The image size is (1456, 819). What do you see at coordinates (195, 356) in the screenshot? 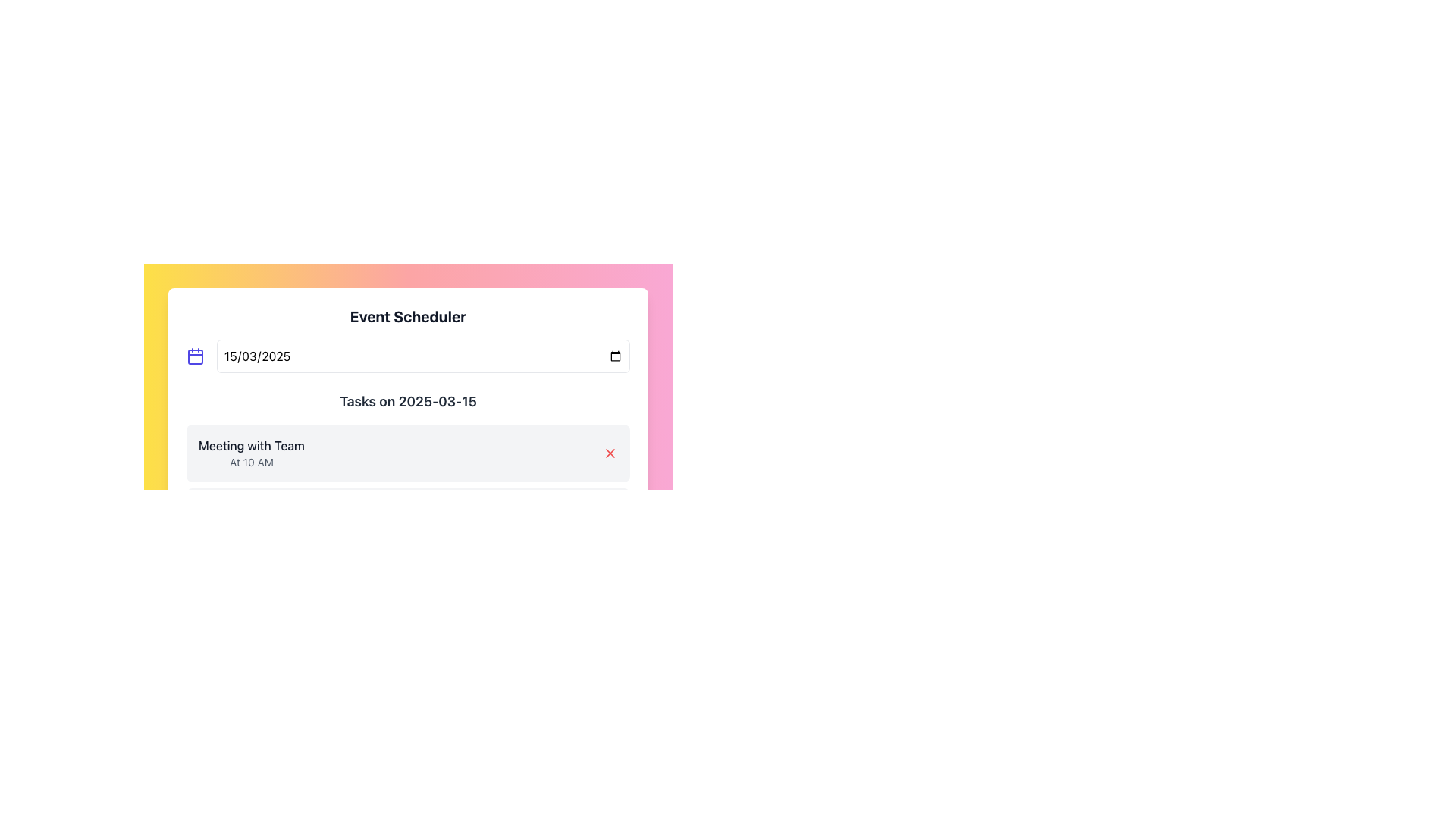
I see `the calendar icon, which is a square shape with rounded edges, featuring a blue outline and calendar symbols, located adjacent to the input field for the date` at bounding box center [195, 356].